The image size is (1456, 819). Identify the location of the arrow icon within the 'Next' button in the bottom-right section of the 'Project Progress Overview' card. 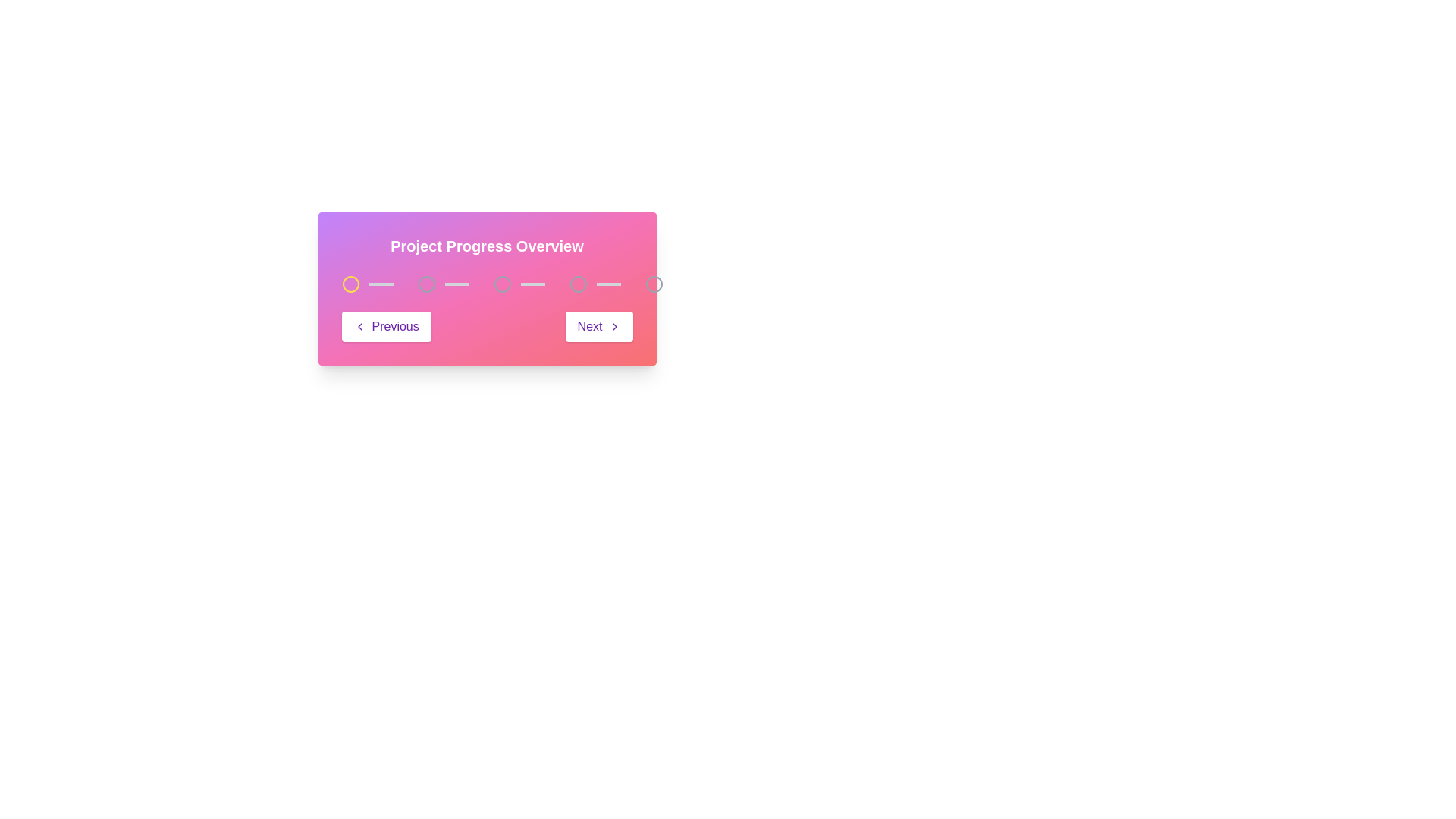
(614, 326).